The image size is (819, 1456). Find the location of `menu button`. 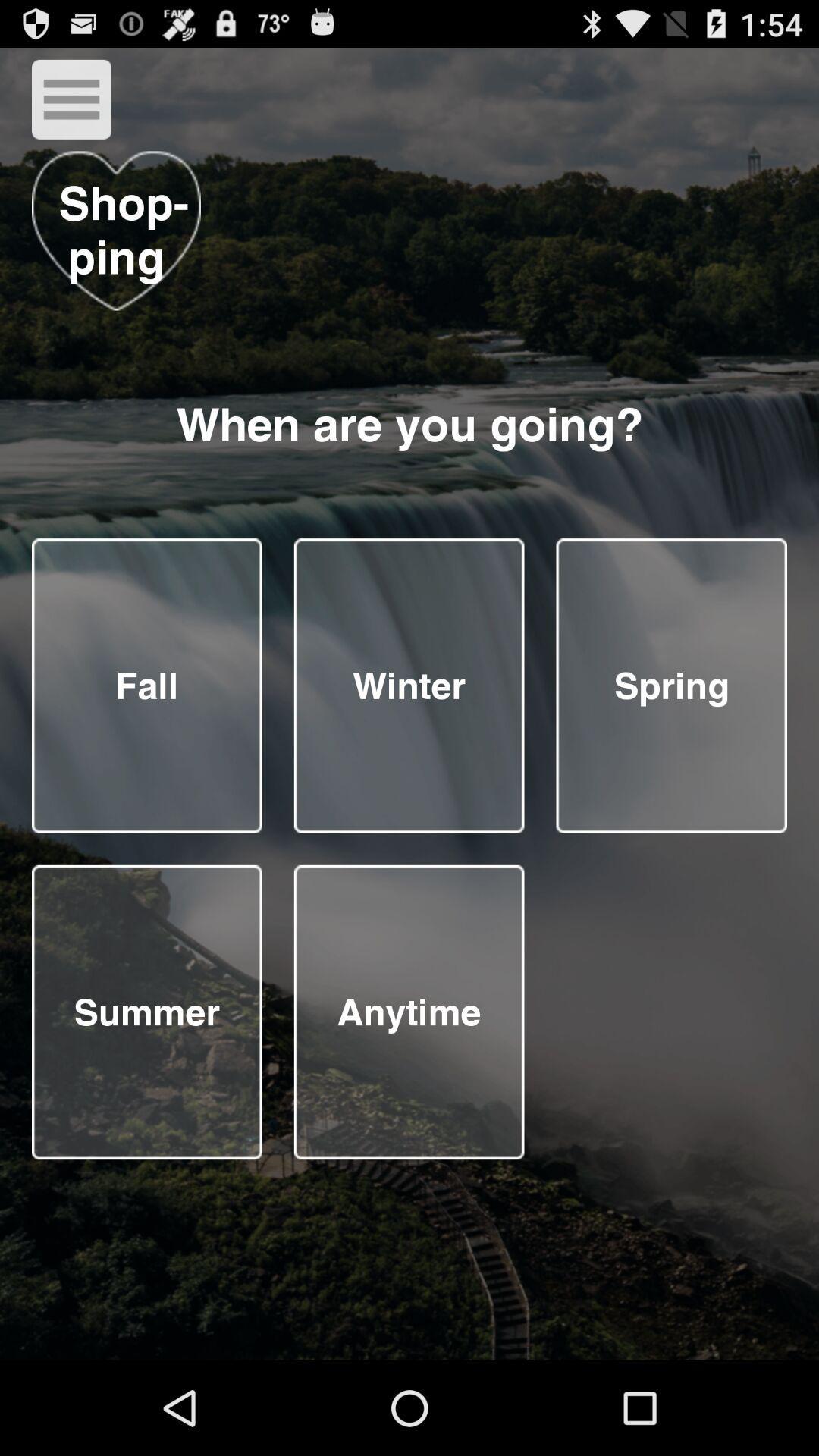

menu button is located at coordinates (71, 99).